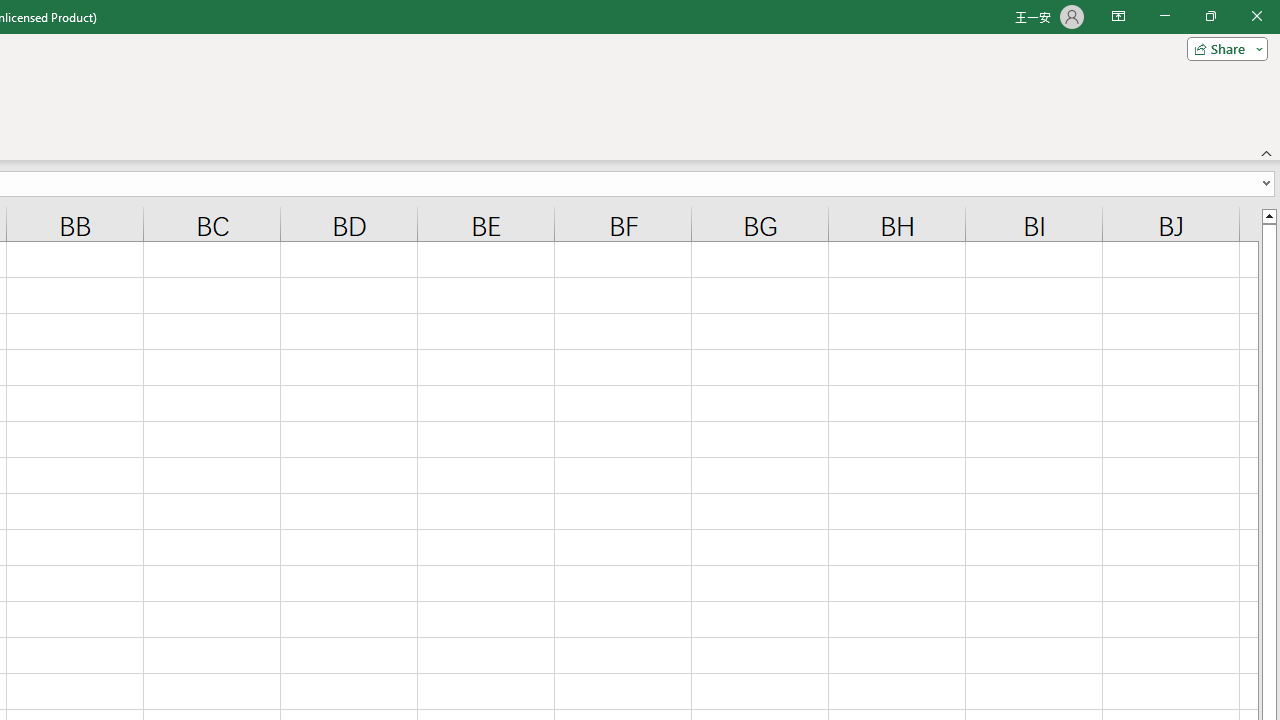  Describe the element at coordinates (1255, 16) in the screenshot. I see `'Close'` at that location.